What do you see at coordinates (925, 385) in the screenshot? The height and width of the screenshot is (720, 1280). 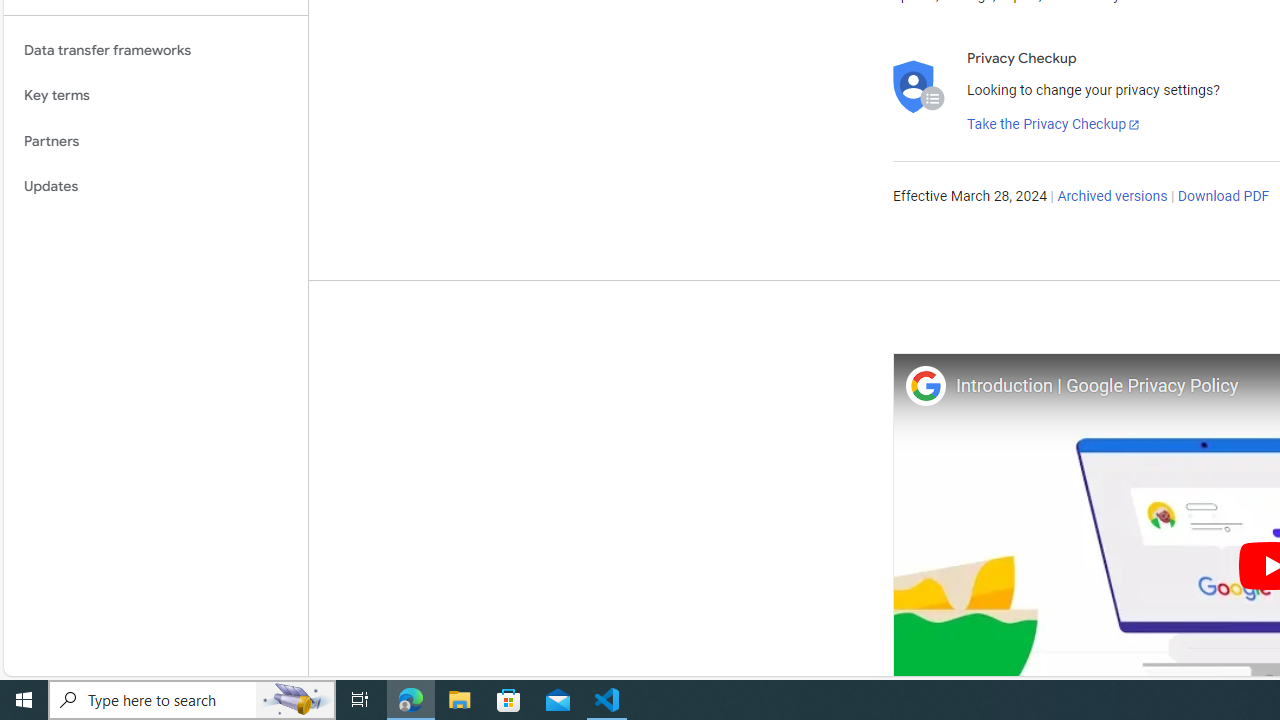 I see `'Photo image of Google'` at bounding box center [925, 385].